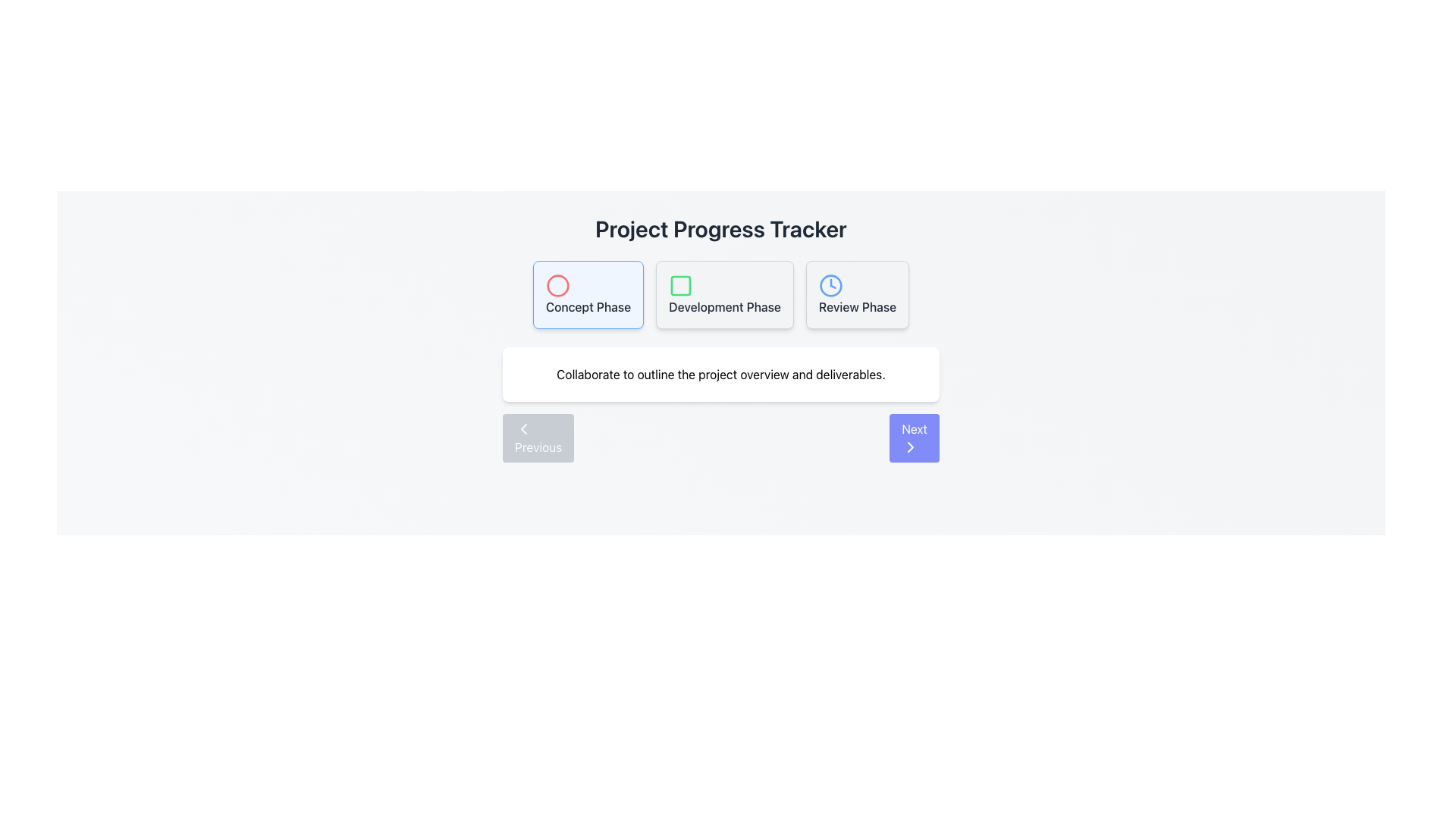 This screenshot has height=819, width=1456. What do you see at coordinates (858, 295) in the screenshot?
I see `the rightmost button labeled 'Review Phase' with a clock icon` at bounding box center [858, 295].